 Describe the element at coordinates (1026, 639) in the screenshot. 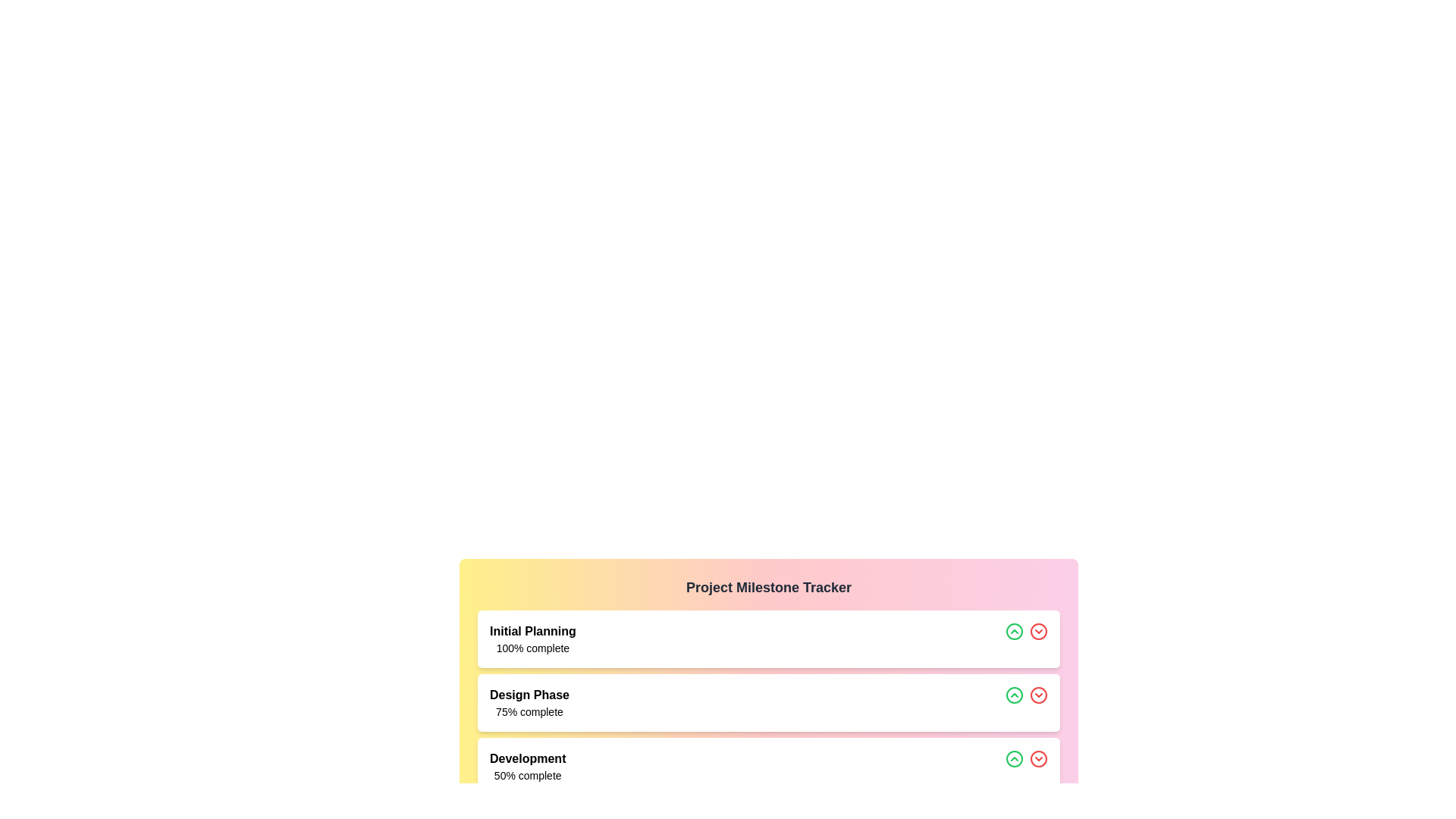

I see `the interactive control panel with two buttons, which includes a green upward arrow on the left and a red downward arrow on the right, located in the 'Initial Planning' milestone row of the 'Project Milestone Tracker' interface` at that location.